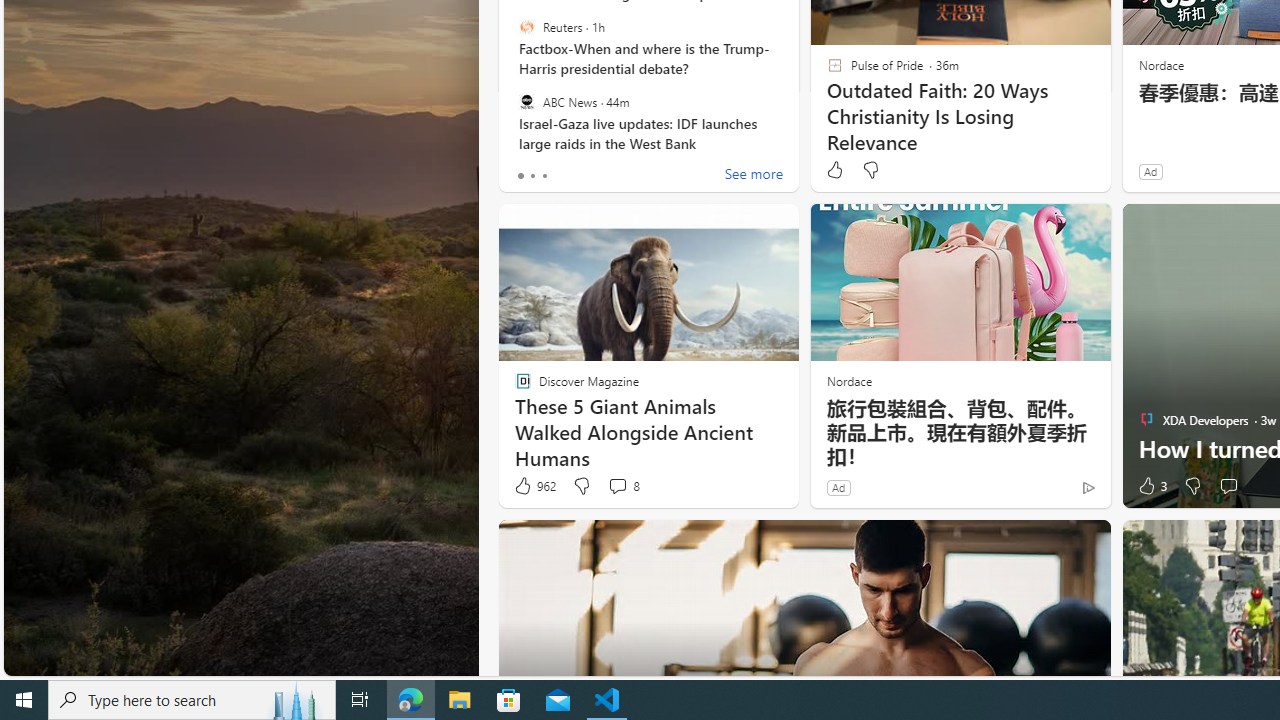 This screenshot has width=1280, height=720. I want to click on 'See more', so click(752, 175).